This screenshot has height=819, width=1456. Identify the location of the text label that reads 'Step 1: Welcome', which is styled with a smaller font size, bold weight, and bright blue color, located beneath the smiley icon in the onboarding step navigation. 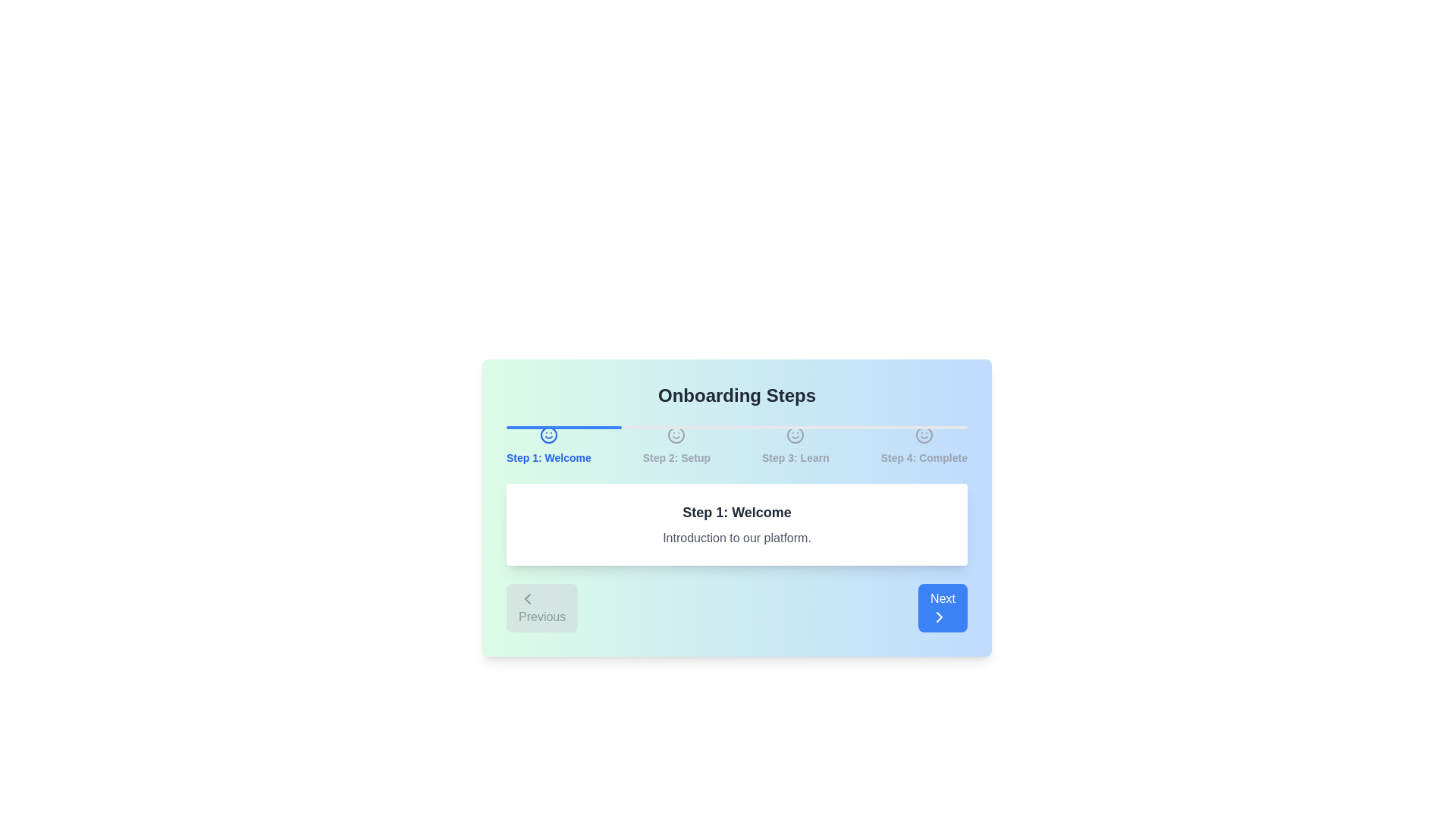
(548, 457).